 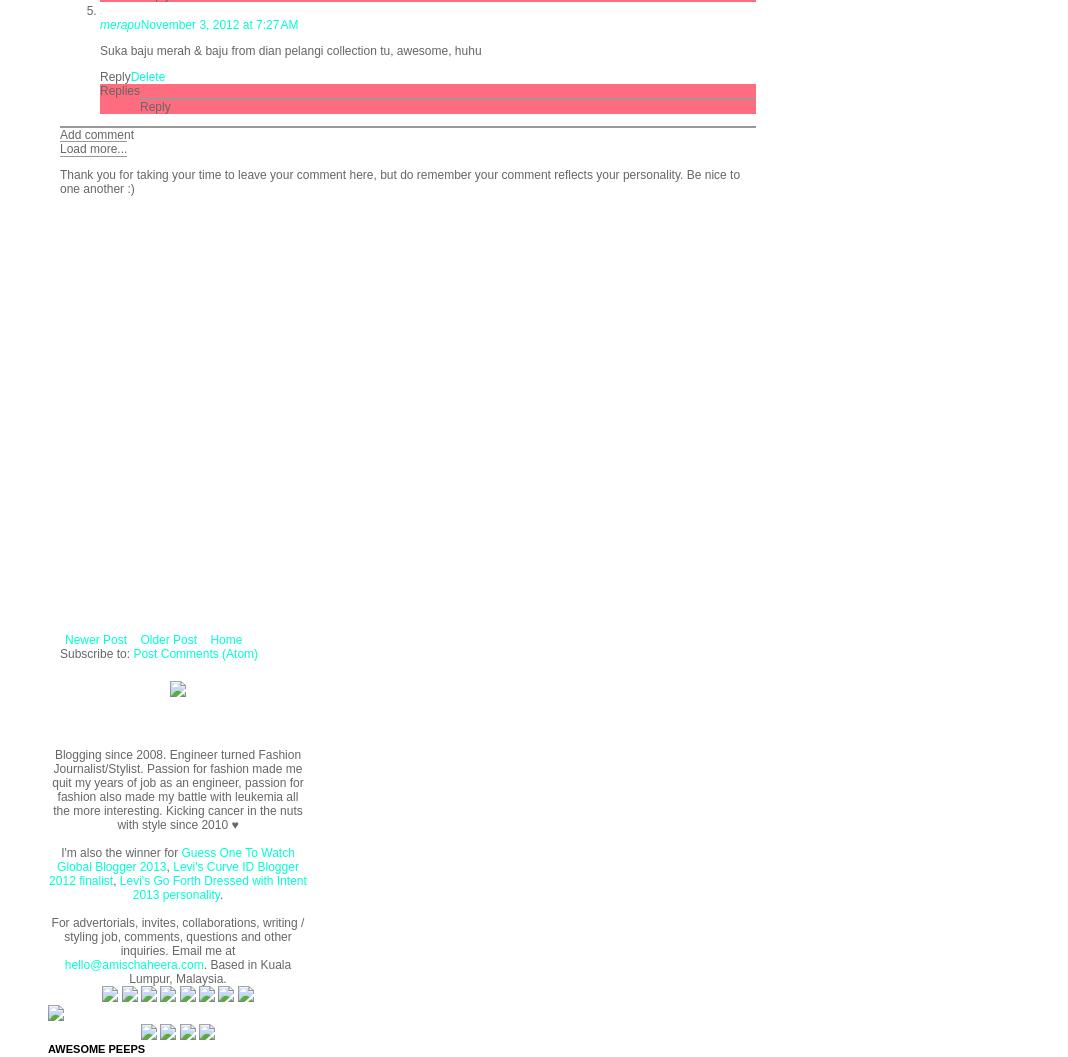 I want to click on 'Levi's Curve ID Blogger 2012 finalist', so click(x=173, y=871).